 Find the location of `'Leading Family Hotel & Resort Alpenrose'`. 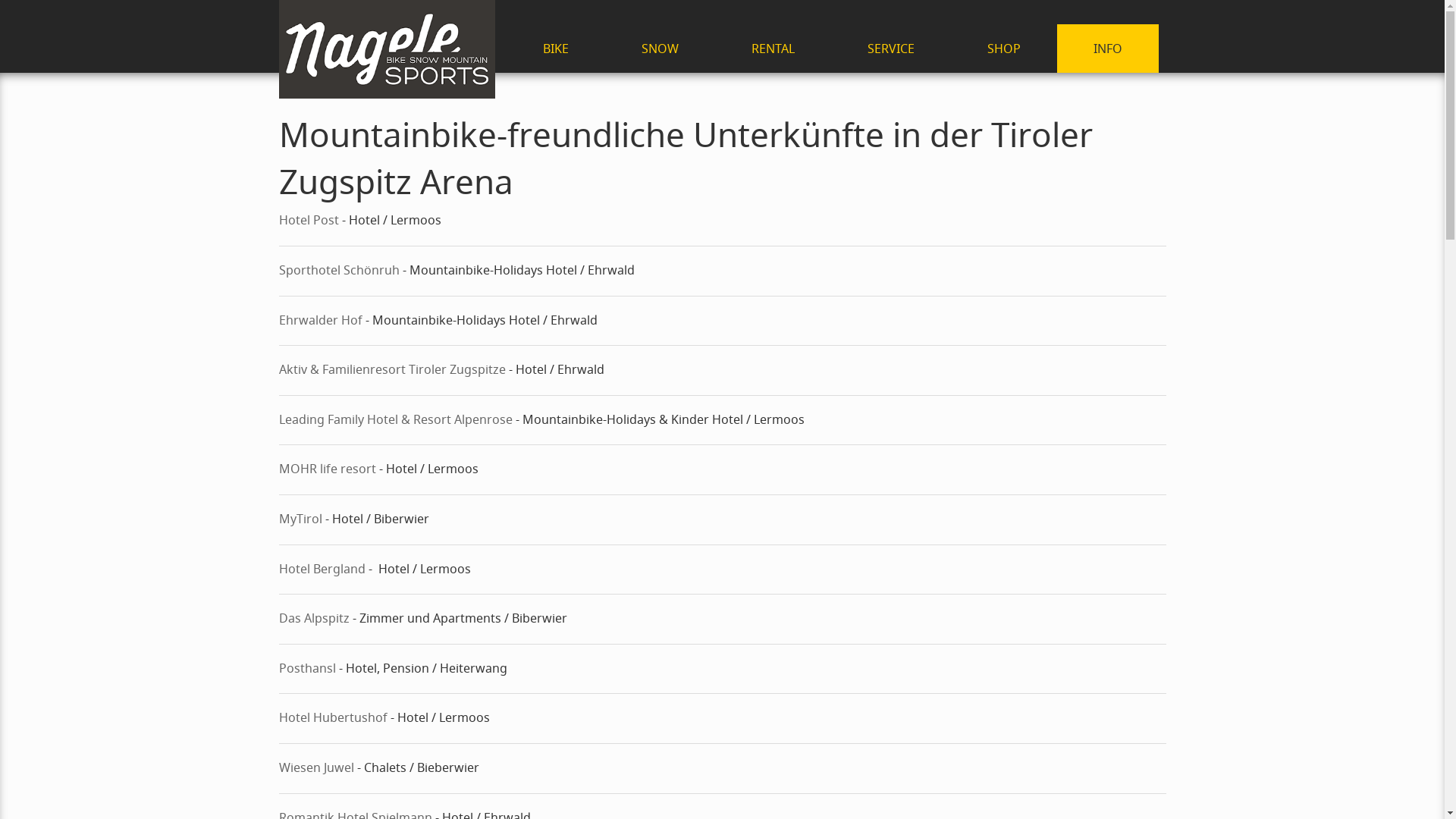

'Leading Family Hotel & Resort Alpenrose' is located at coordinates (396, 419).